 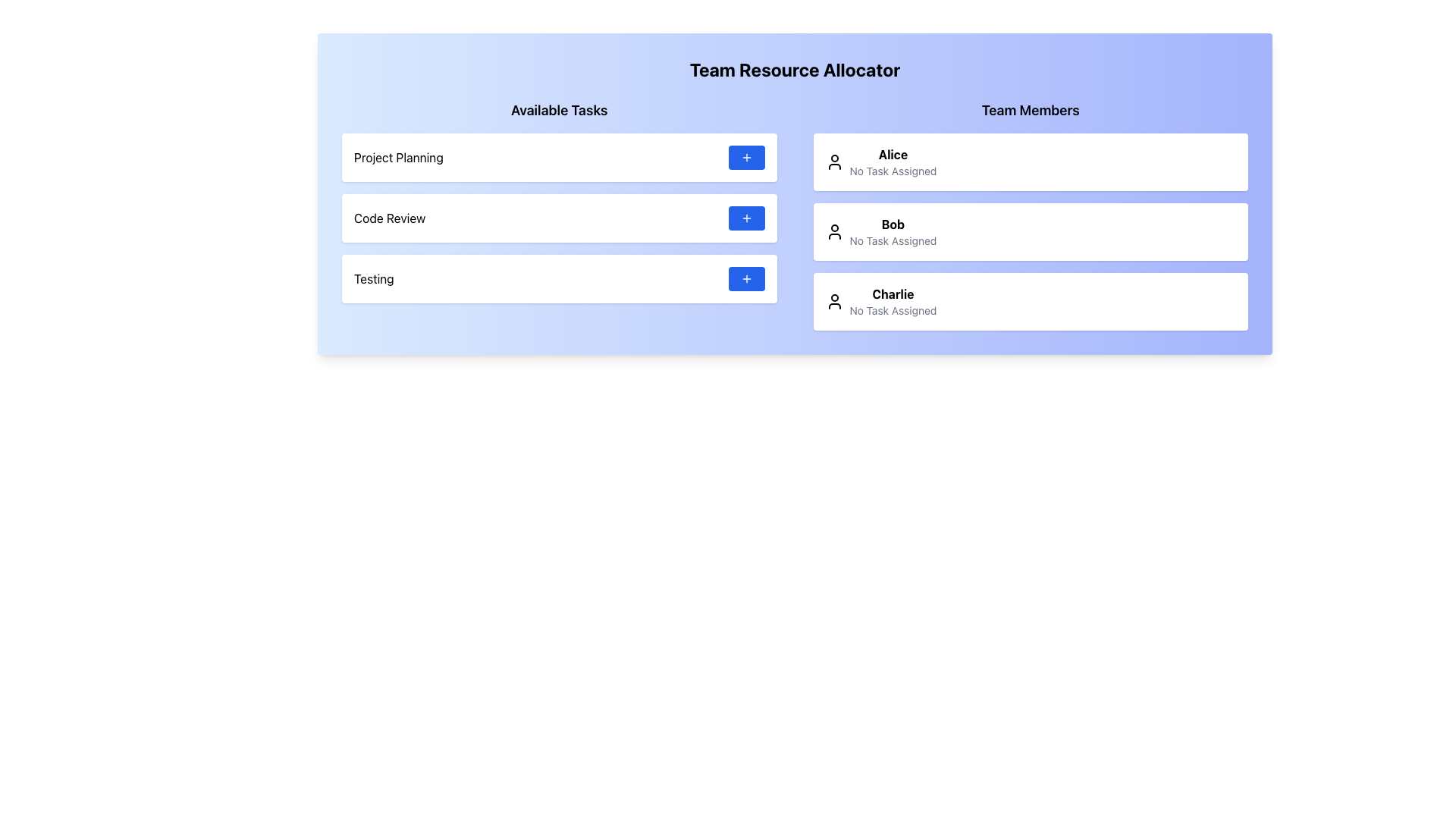 What do you see at coordinates (833, 162) in the screenshot?
I see `the user icon representing 'Alice' in the Team Members area, which is a minimalist line drawing of a person located at the top-left corner of the section displaying her name and task status` at bounding box center [833, 162].